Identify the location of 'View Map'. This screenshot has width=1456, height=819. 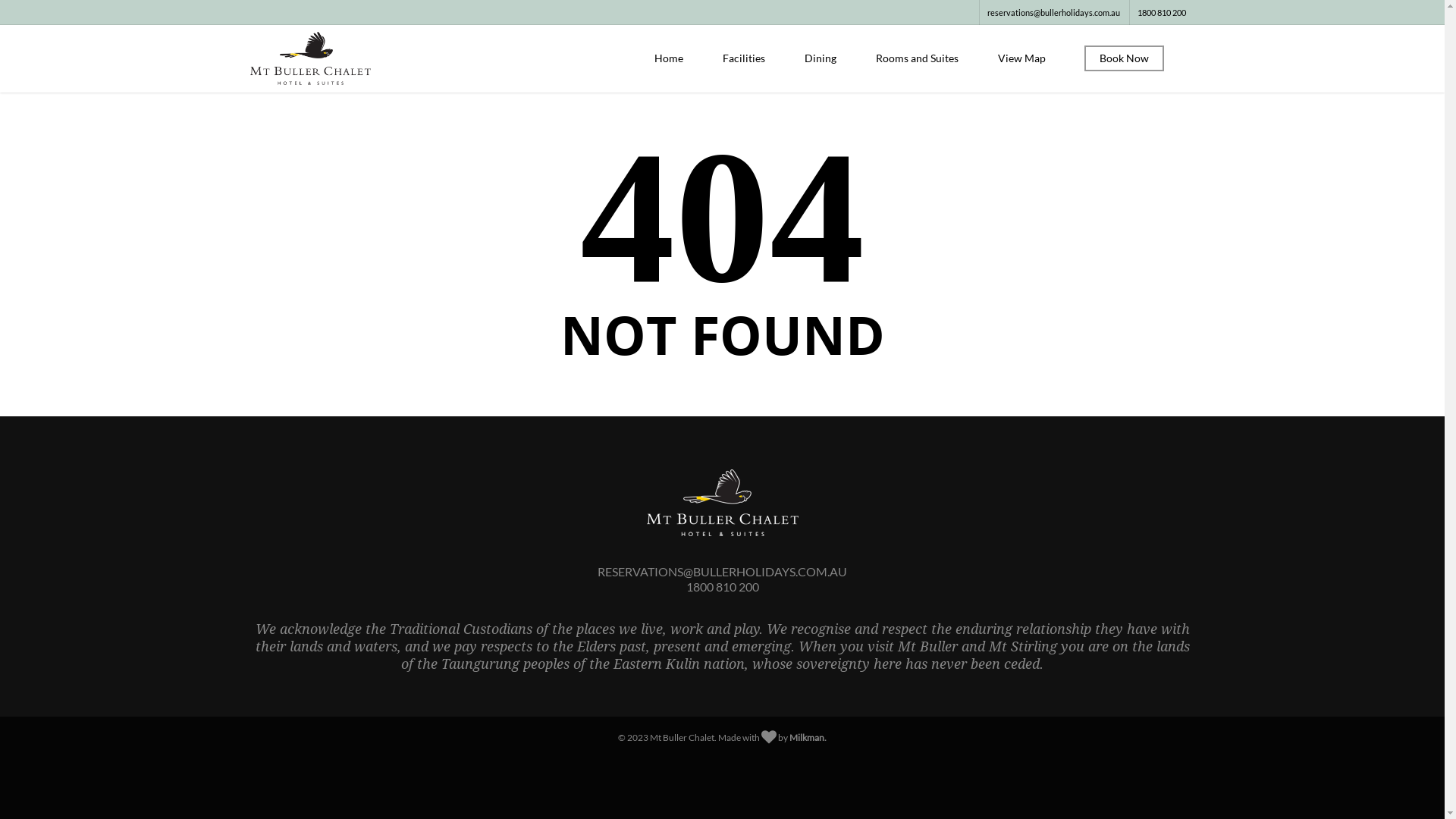
(1021, 61).